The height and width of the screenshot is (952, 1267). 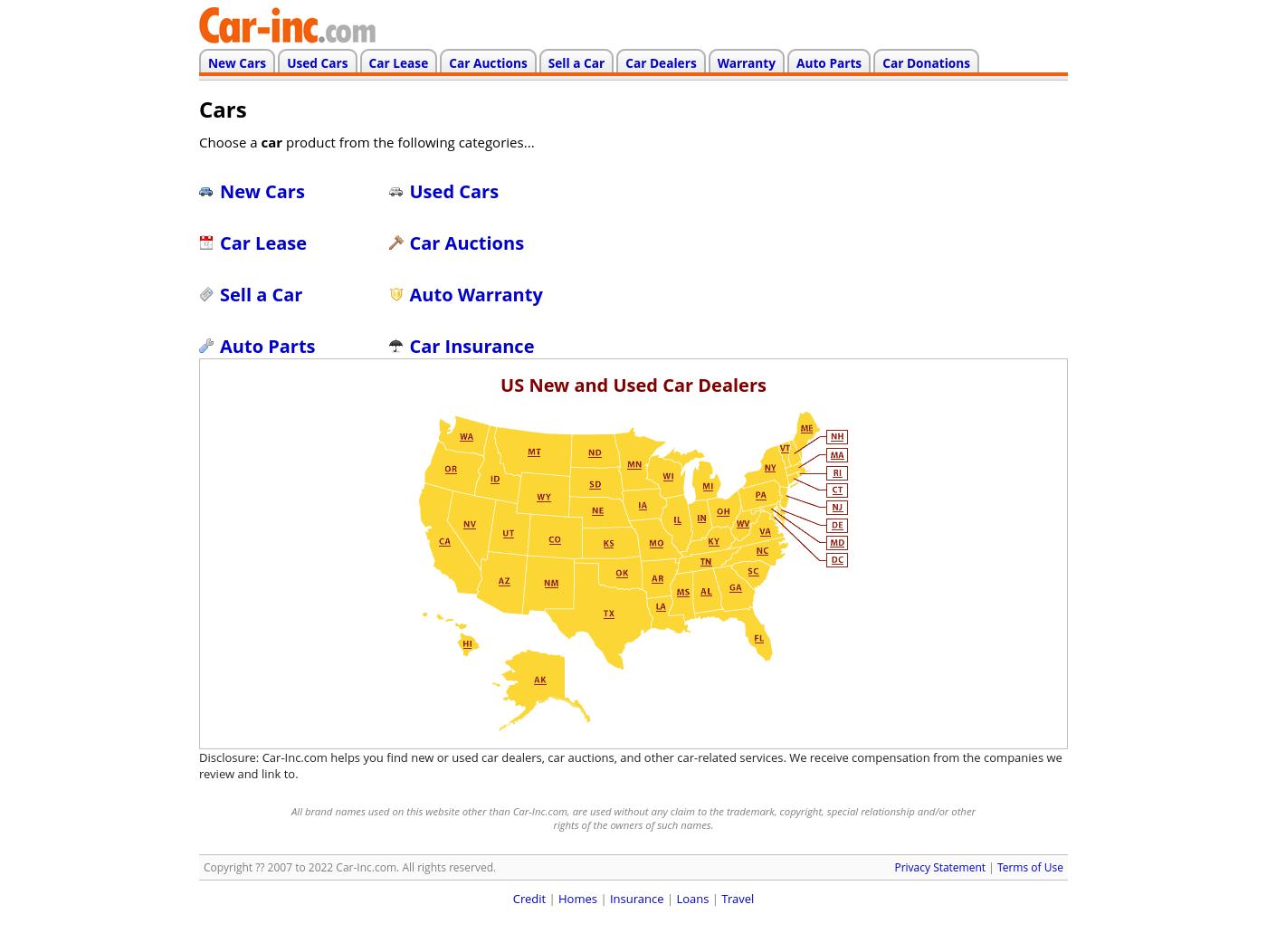 I want to click on 'Auto Parts', so click(x=267, y=346).